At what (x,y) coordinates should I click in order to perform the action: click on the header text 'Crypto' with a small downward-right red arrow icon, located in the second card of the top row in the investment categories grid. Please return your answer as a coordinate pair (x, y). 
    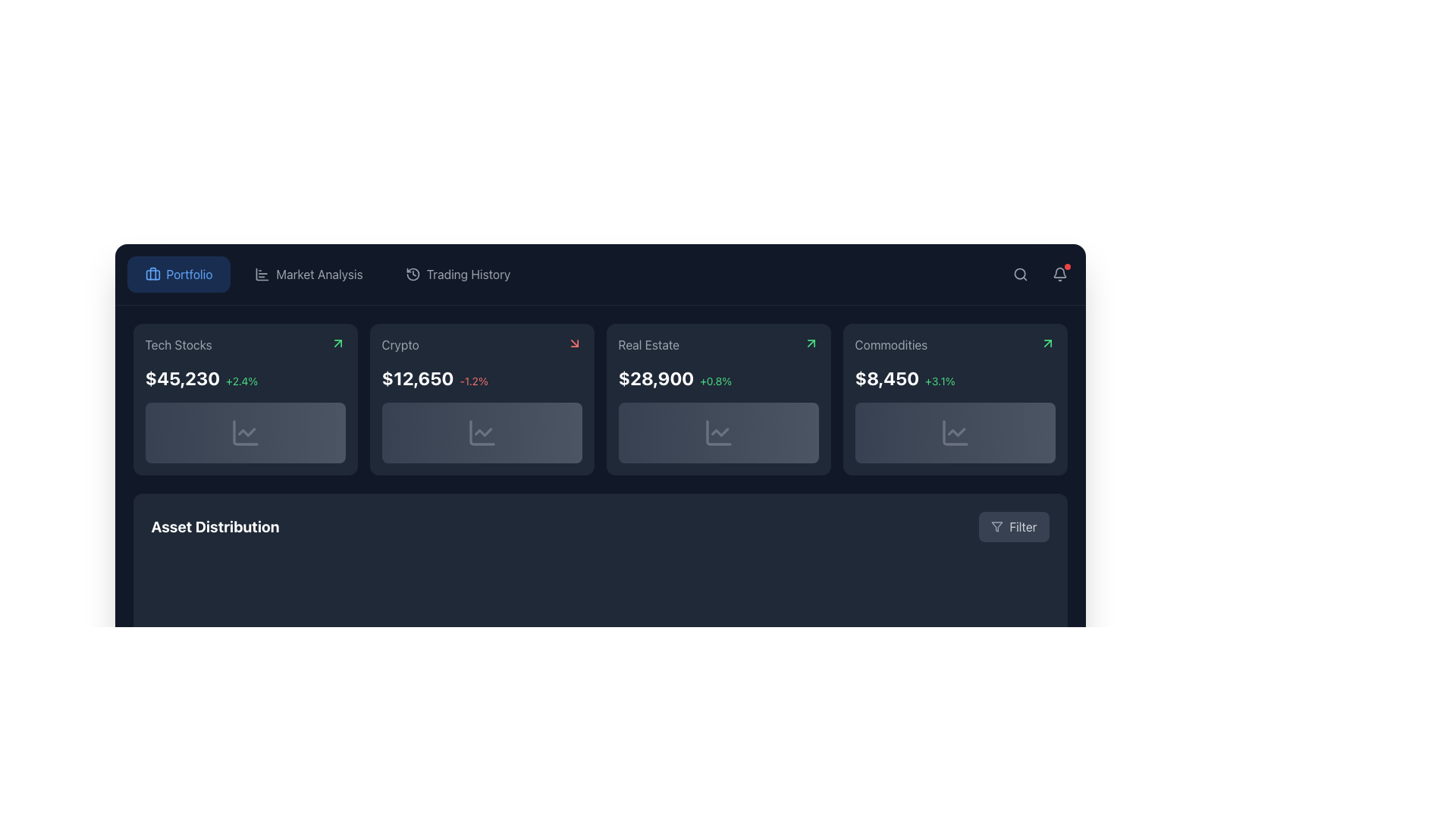
    Looking at the image, I should click on (481, 345).